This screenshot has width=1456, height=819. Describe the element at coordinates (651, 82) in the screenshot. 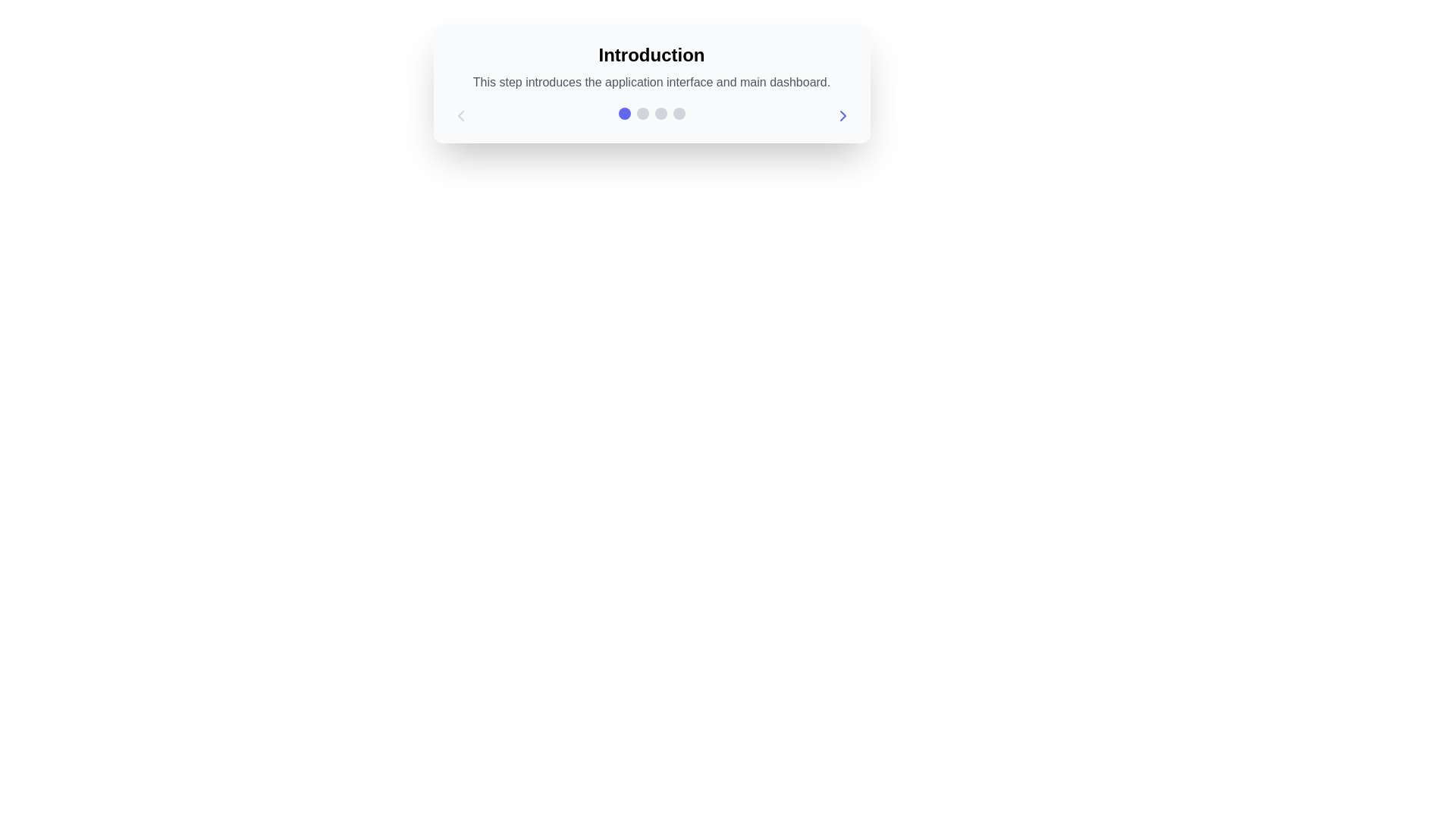

I see `static text element providing supplementary information below the 'Introduction' title` at that location.